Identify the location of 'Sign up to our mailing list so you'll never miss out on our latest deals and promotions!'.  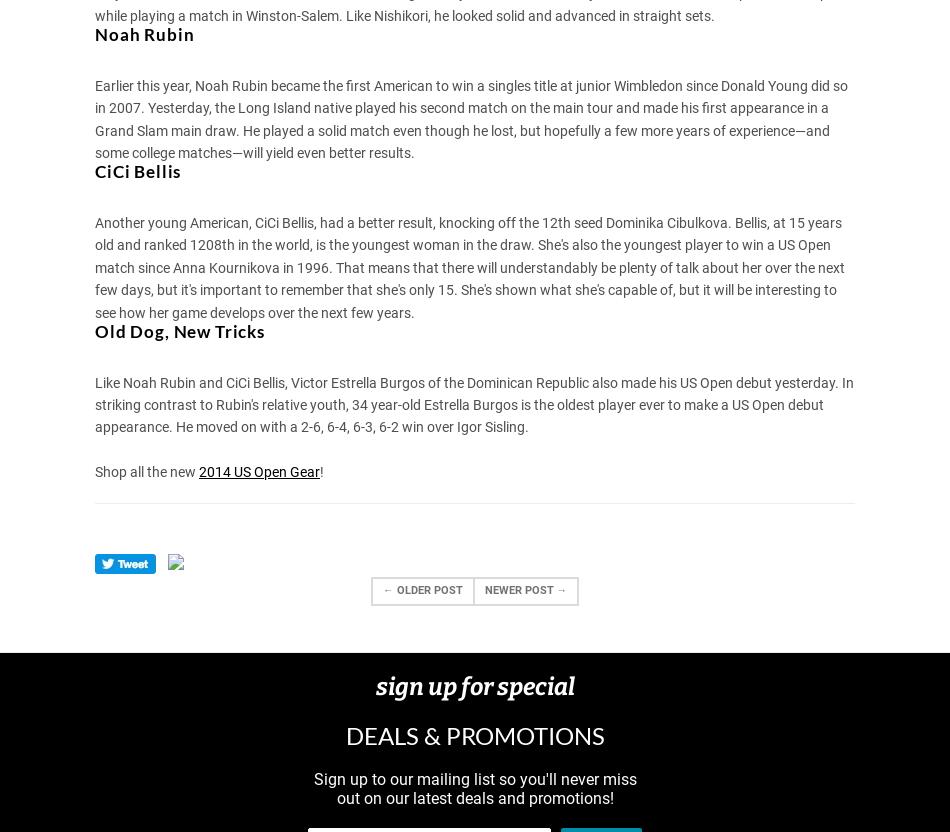
(473, 787).